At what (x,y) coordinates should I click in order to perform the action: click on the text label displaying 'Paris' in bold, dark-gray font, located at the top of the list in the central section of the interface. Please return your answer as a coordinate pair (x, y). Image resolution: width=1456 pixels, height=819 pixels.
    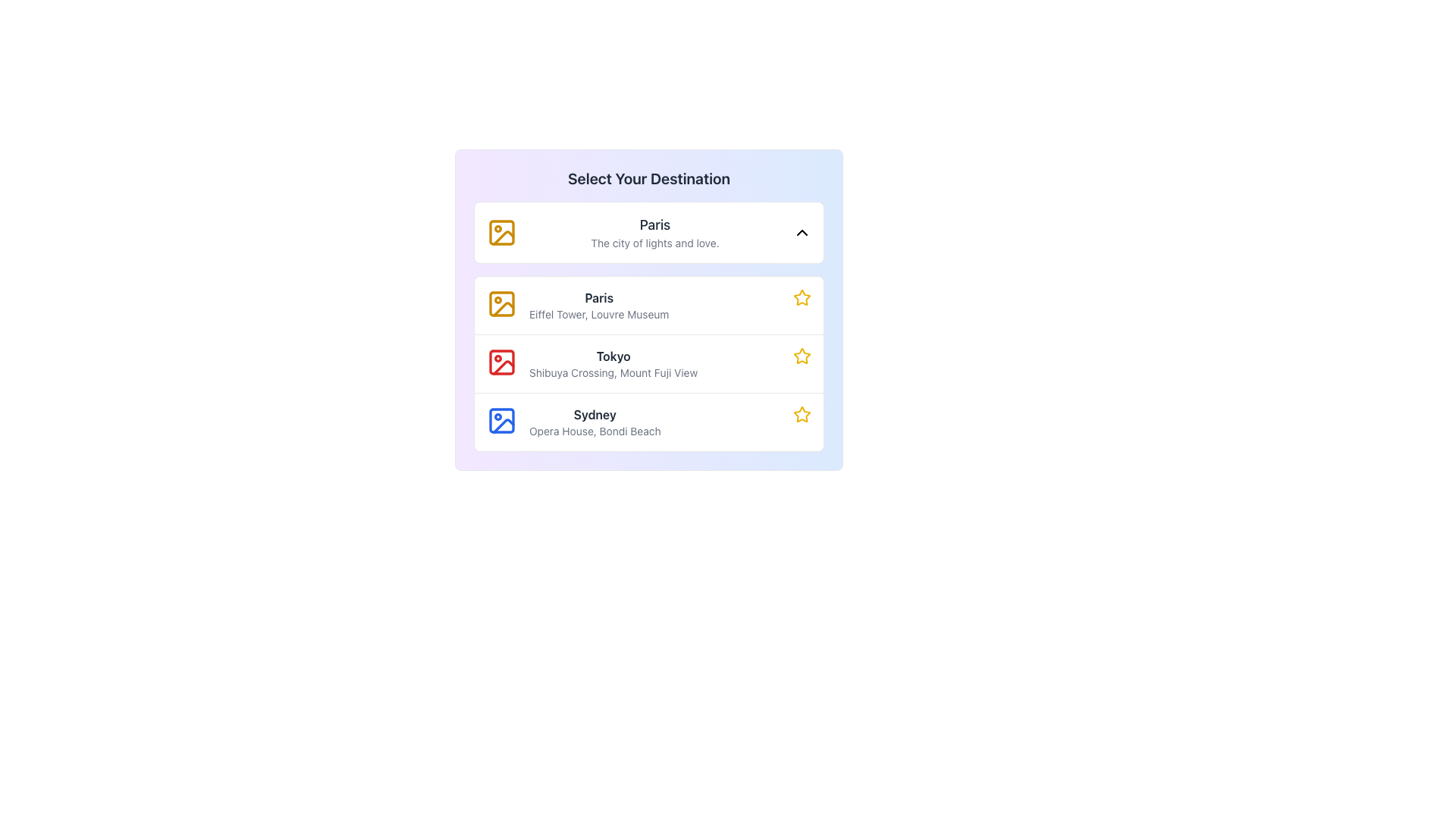
    Looking at the image, I should click on (655, 225).